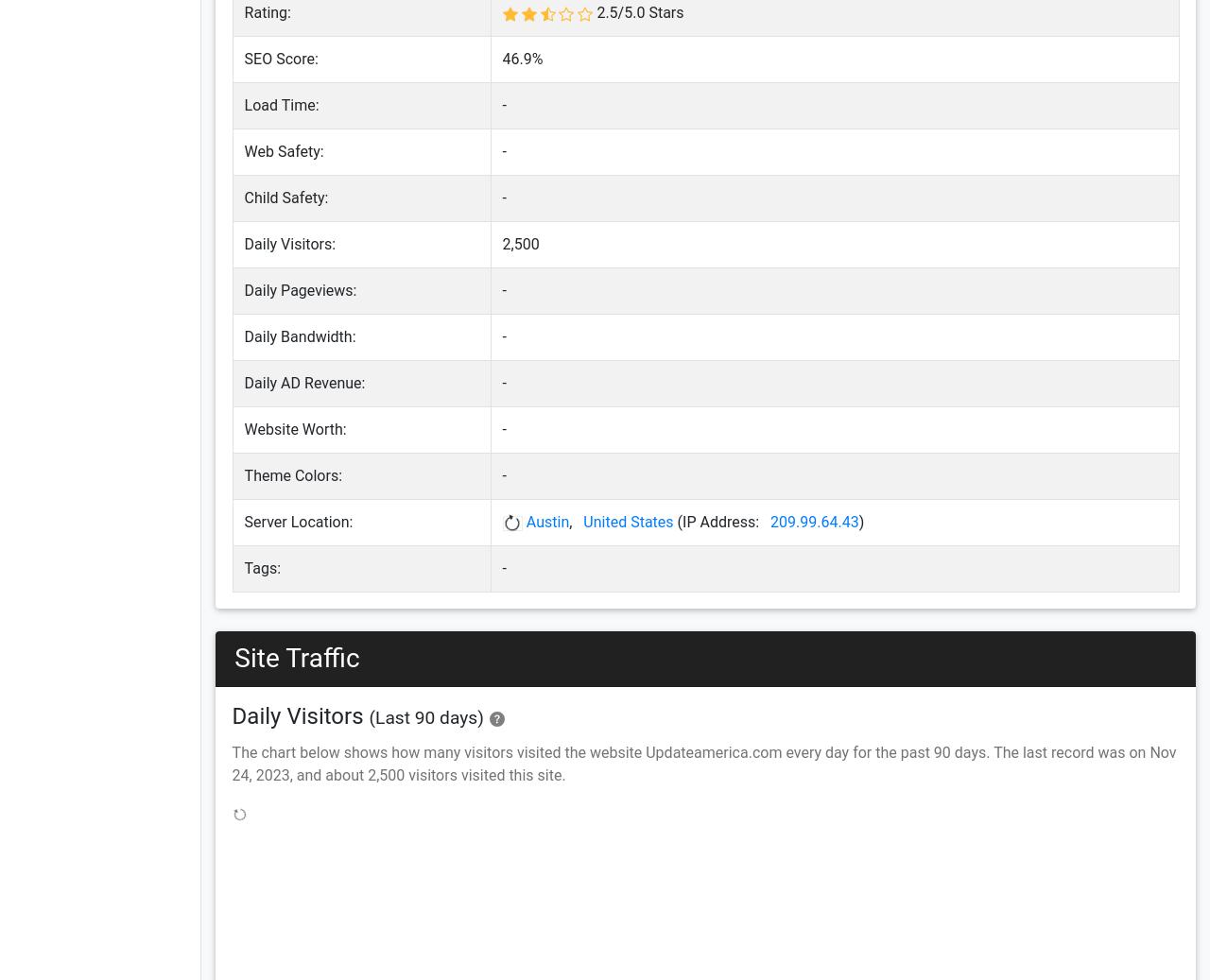  What do you see at coordinates (261, 567) in the screenshot?
I see `'Tags:'` at bounding box center [261, 567].